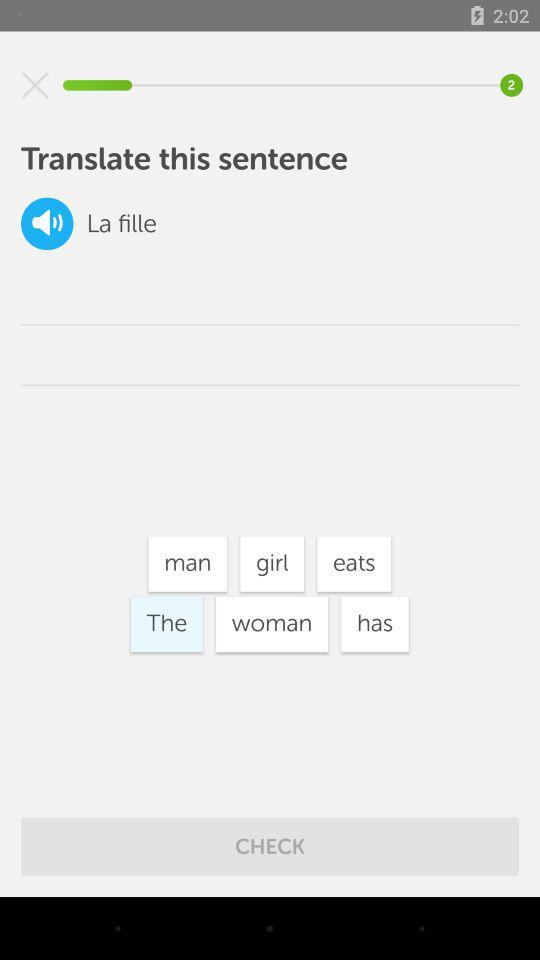  I want to click on the icon next to the the item, so click(271, 623).